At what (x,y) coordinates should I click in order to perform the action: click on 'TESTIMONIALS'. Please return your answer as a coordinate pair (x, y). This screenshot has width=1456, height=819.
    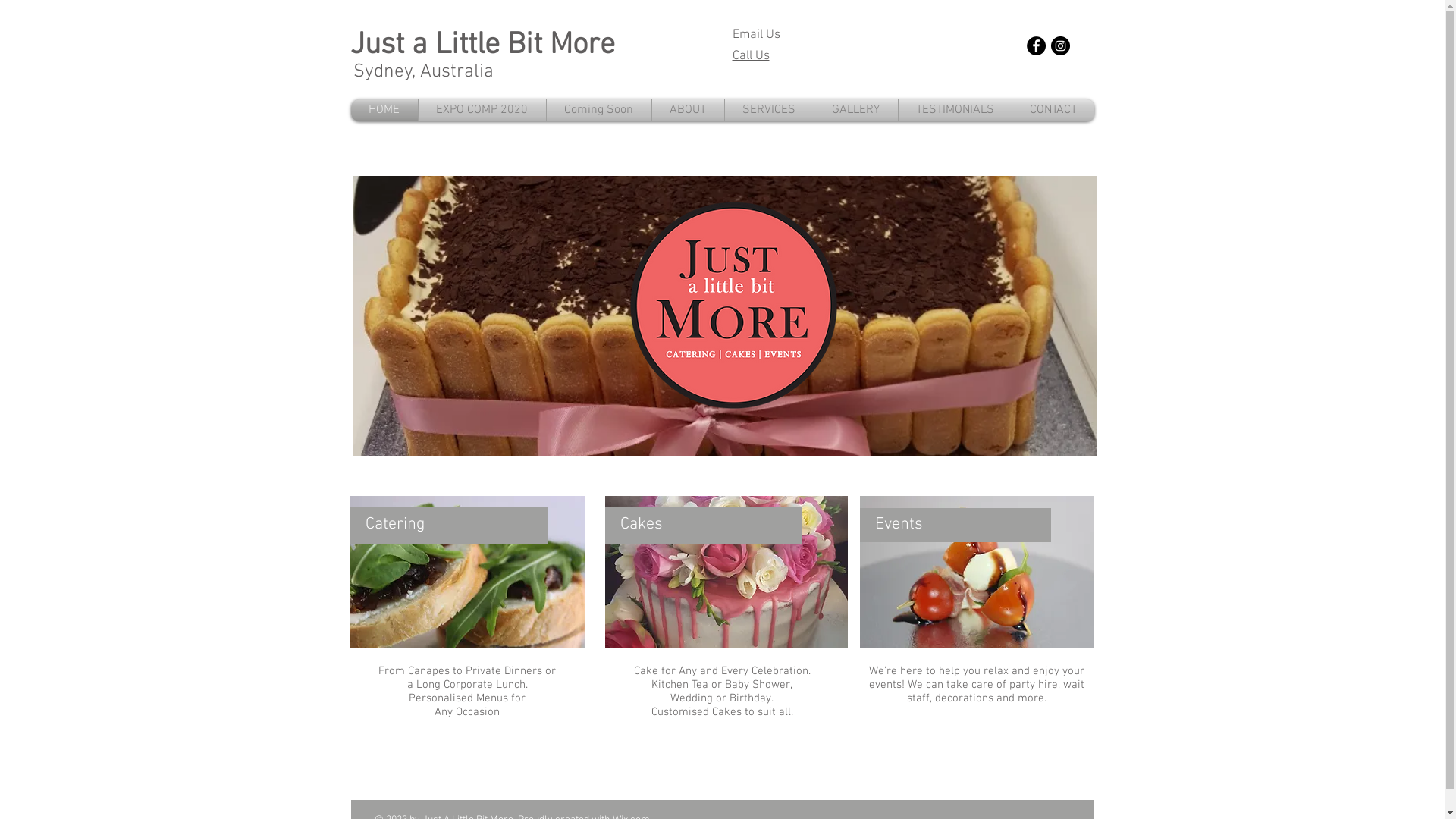
    Looking at the image, I should click on (953, 109).